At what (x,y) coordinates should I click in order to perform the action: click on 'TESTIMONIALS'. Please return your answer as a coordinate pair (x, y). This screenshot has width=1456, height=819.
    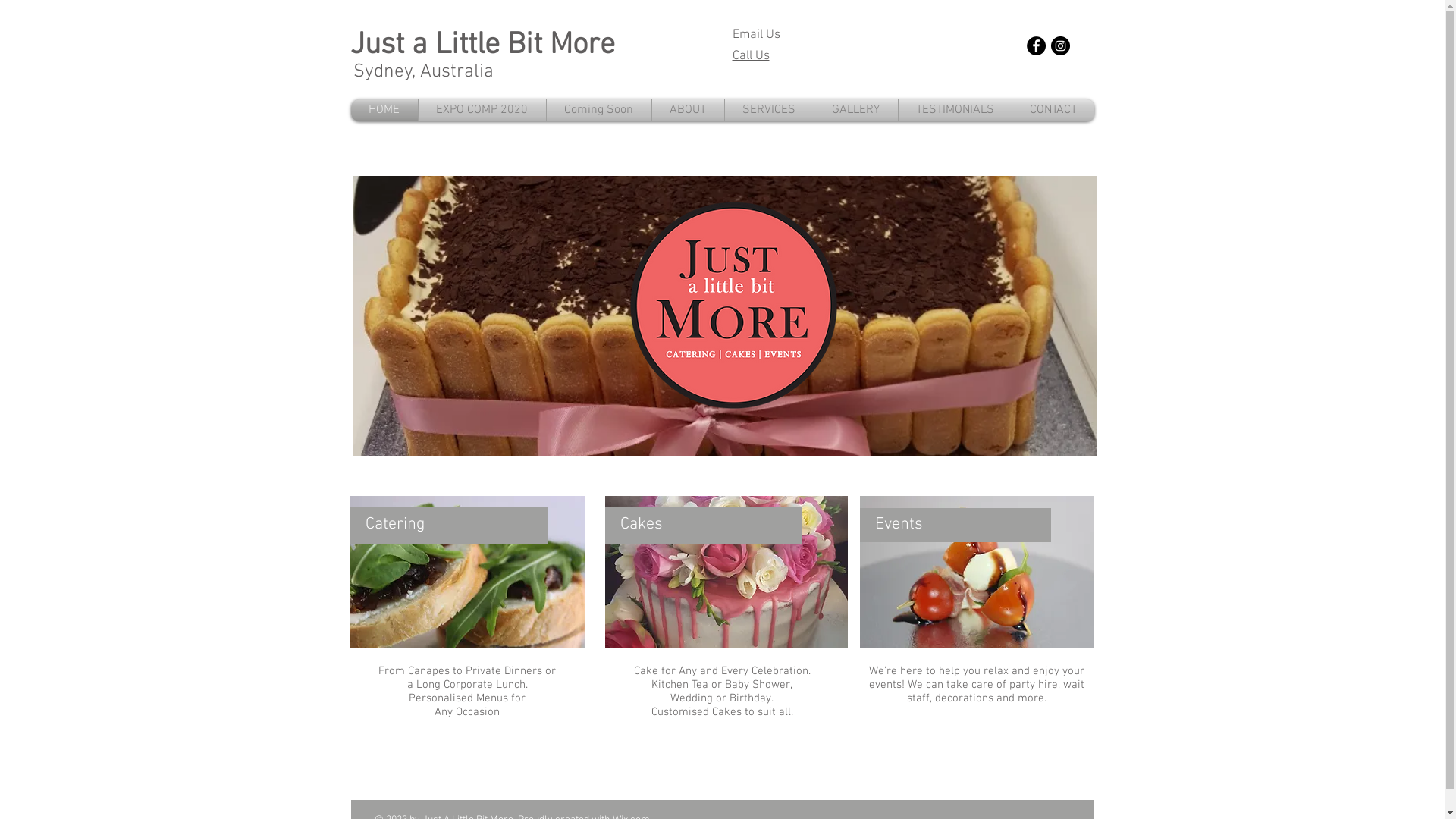
    Looking at the image, I should click on (953, 109).